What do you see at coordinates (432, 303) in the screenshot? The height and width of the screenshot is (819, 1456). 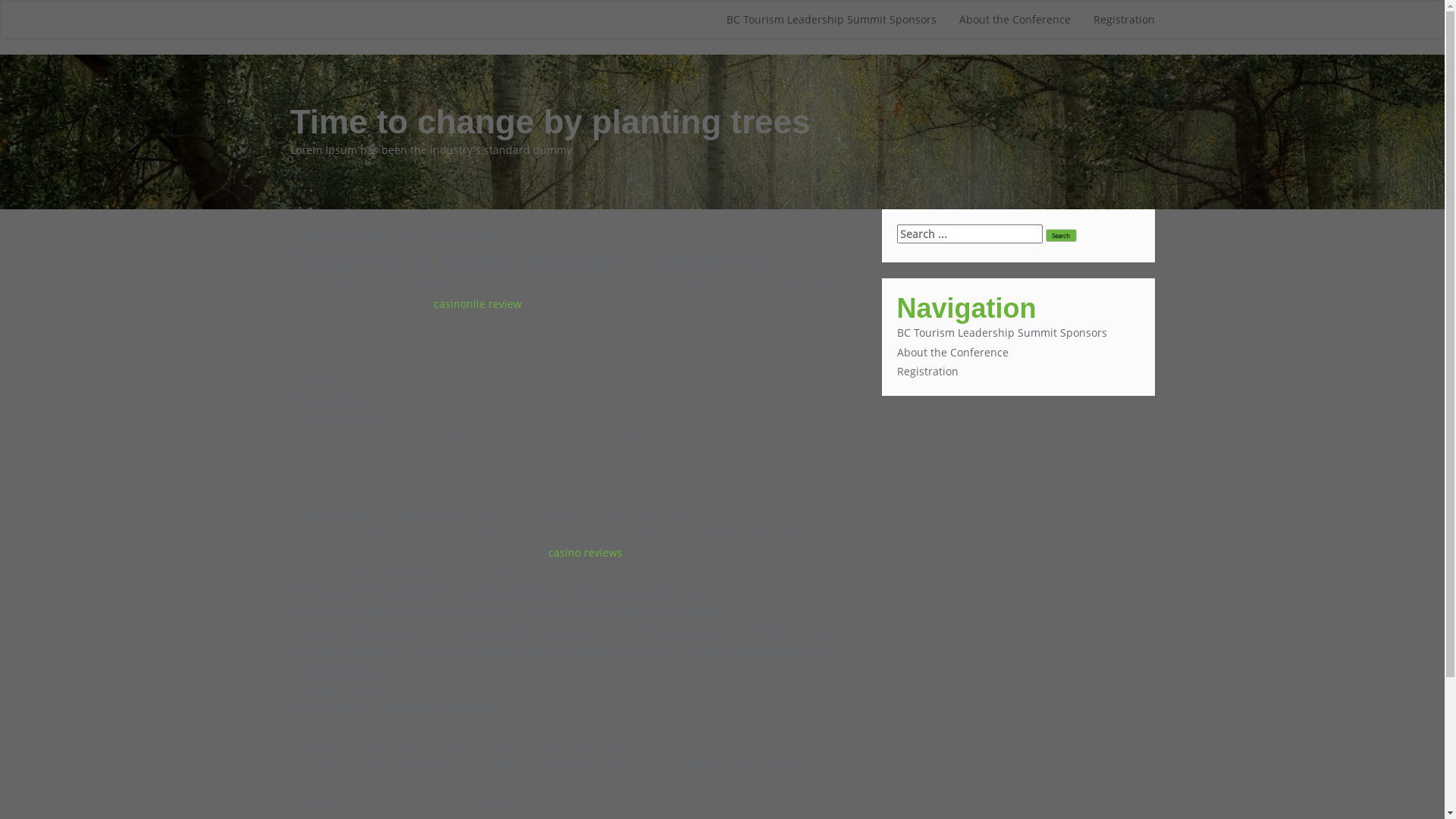 I see `'casinonile review'` at bounding box center [432, 303].